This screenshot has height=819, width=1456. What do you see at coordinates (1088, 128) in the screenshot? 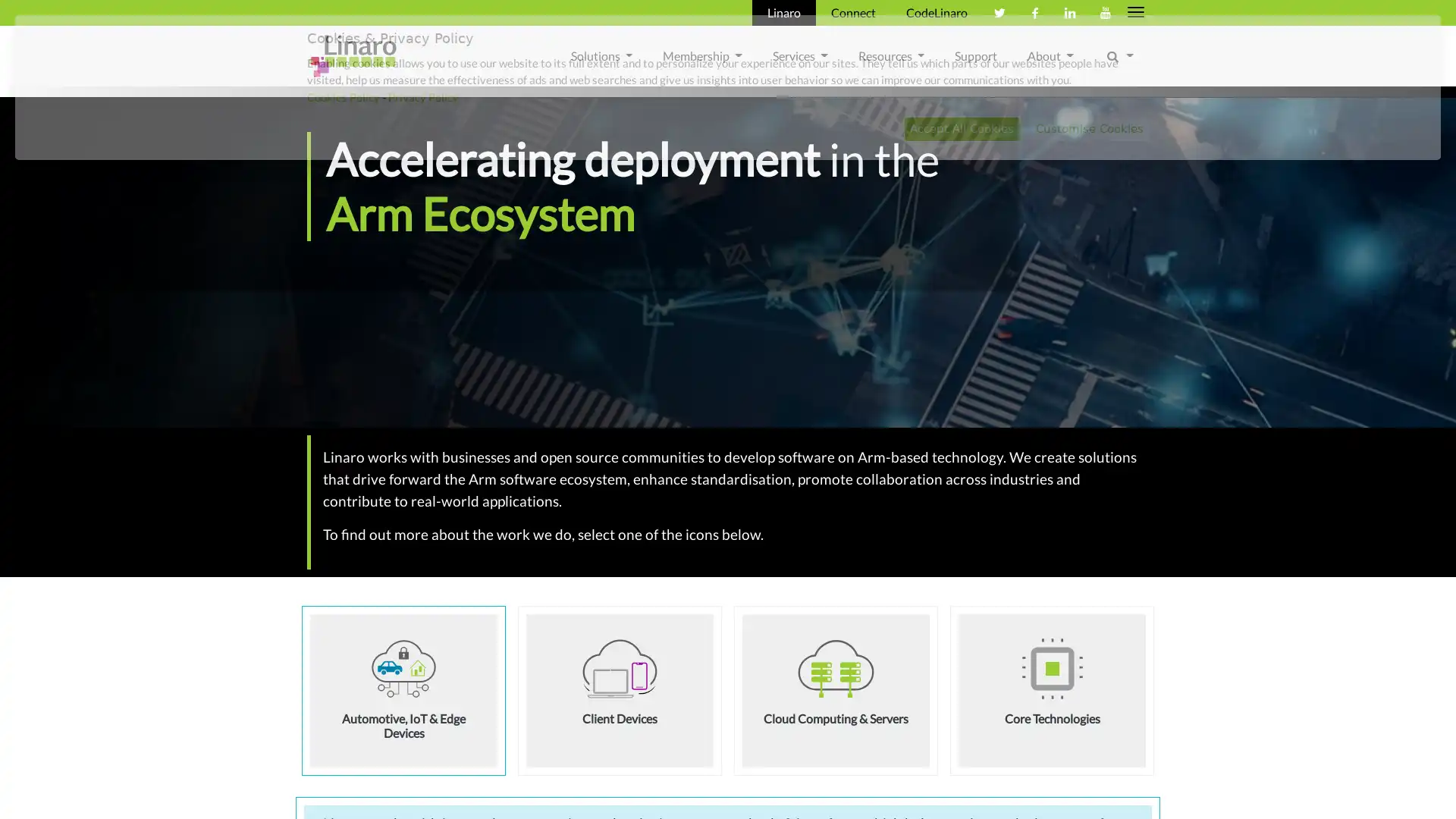
I see `Customise Cookies` at bounding box center [1088, 128].